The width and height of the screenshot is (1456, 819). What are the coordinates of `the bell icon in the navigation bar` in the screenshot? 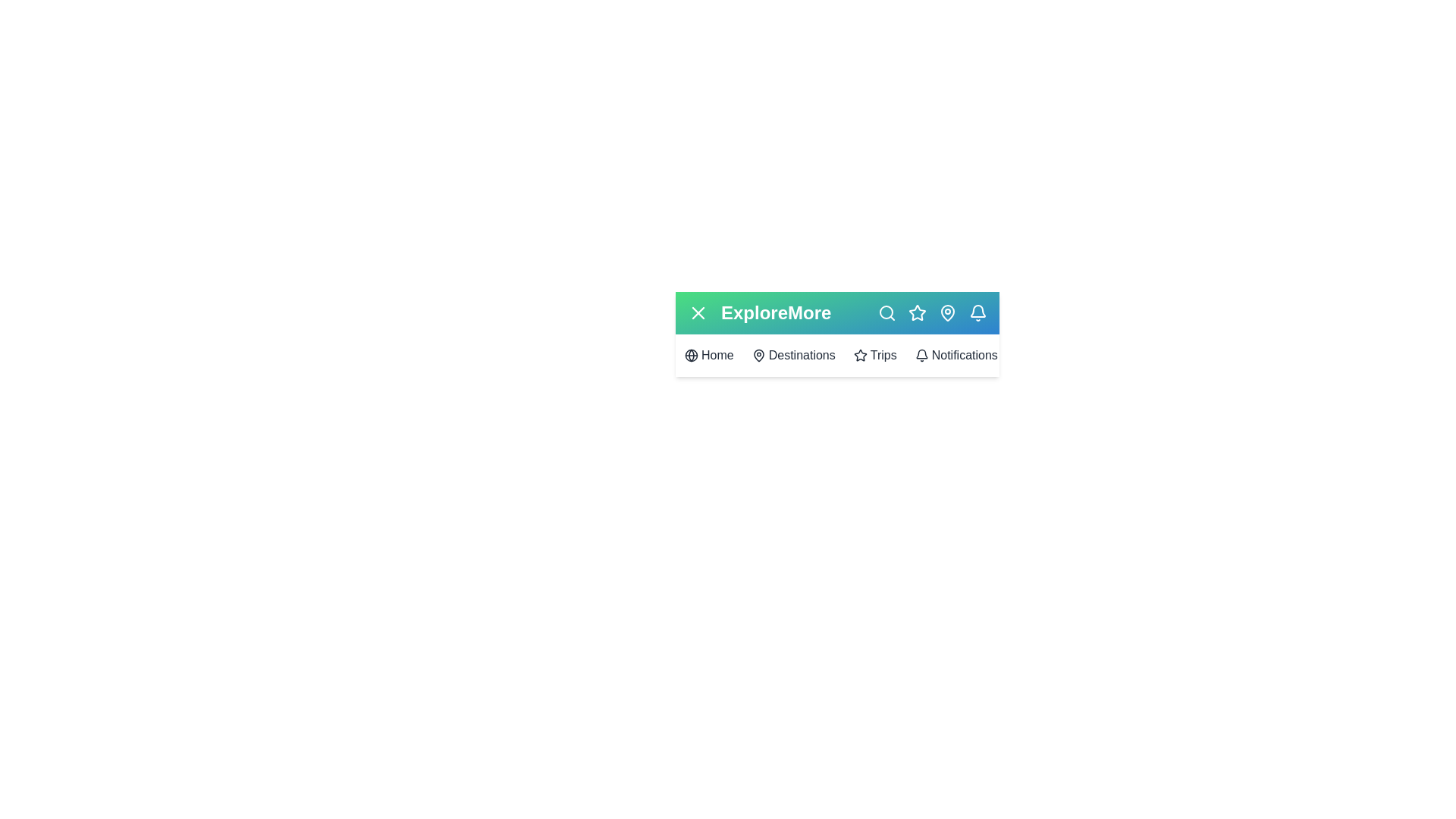 It's located at (978, 312).